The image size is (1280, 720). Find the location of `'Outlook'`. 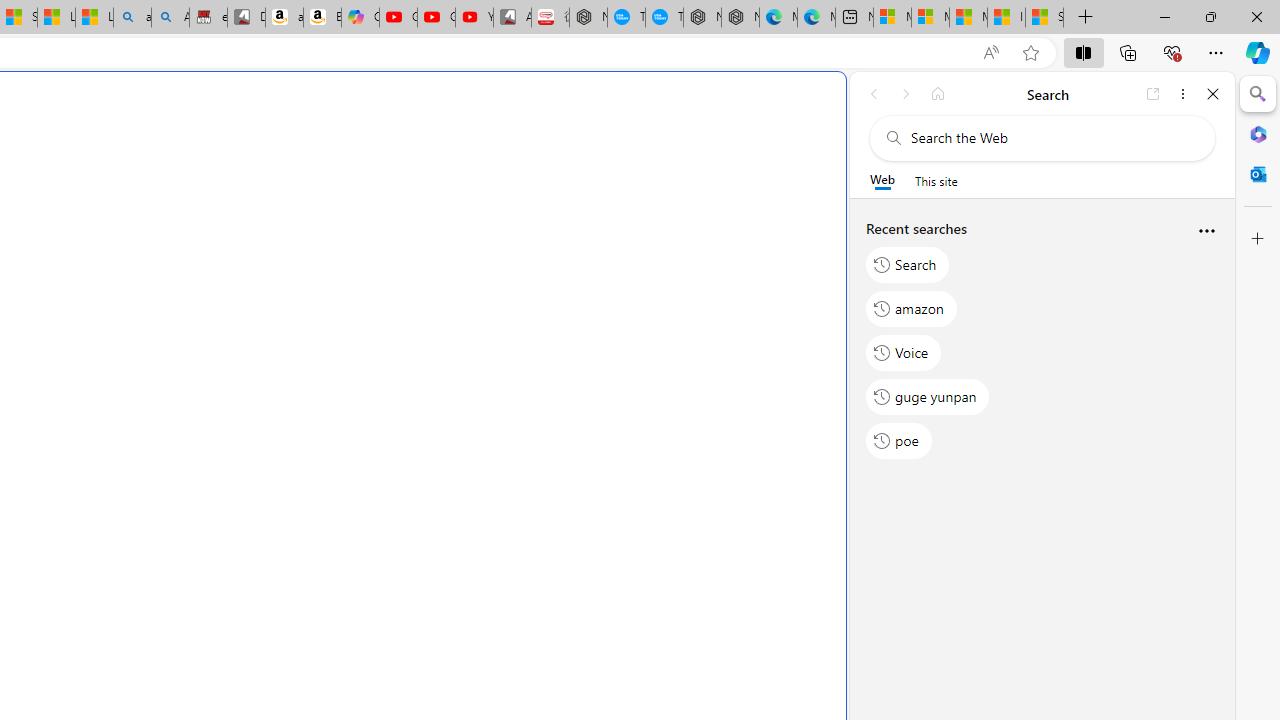

'Outlook' is located at coordinates (1257, 173).